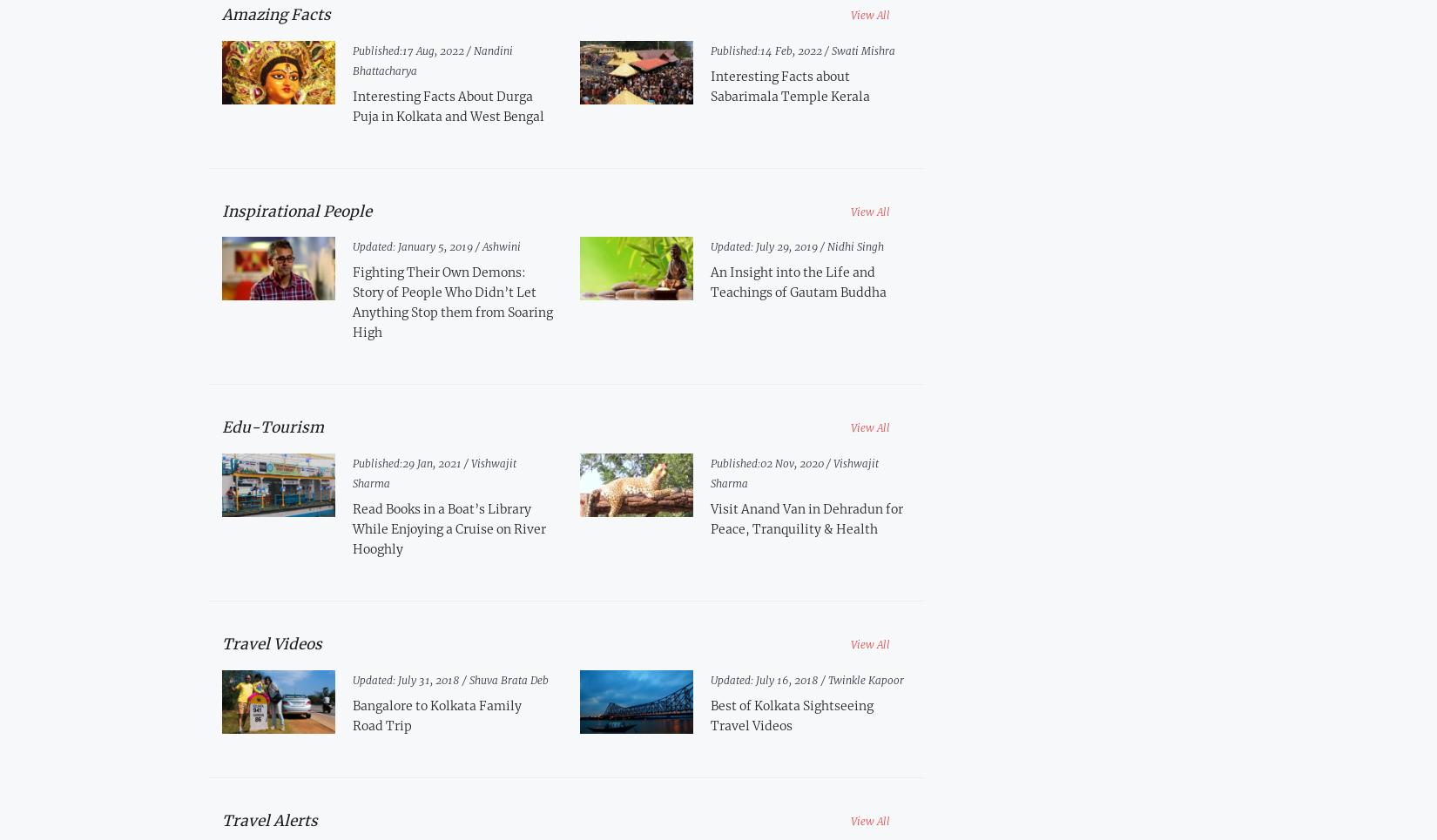 Image resolution: width=1437 pixels, height=840 pixels. Describe the element at coordinates (447, 528) in the screenshot. I see `'Read Books in a Boat’s Library While Enjoying a Cruise on River Hooghly'` at that location.